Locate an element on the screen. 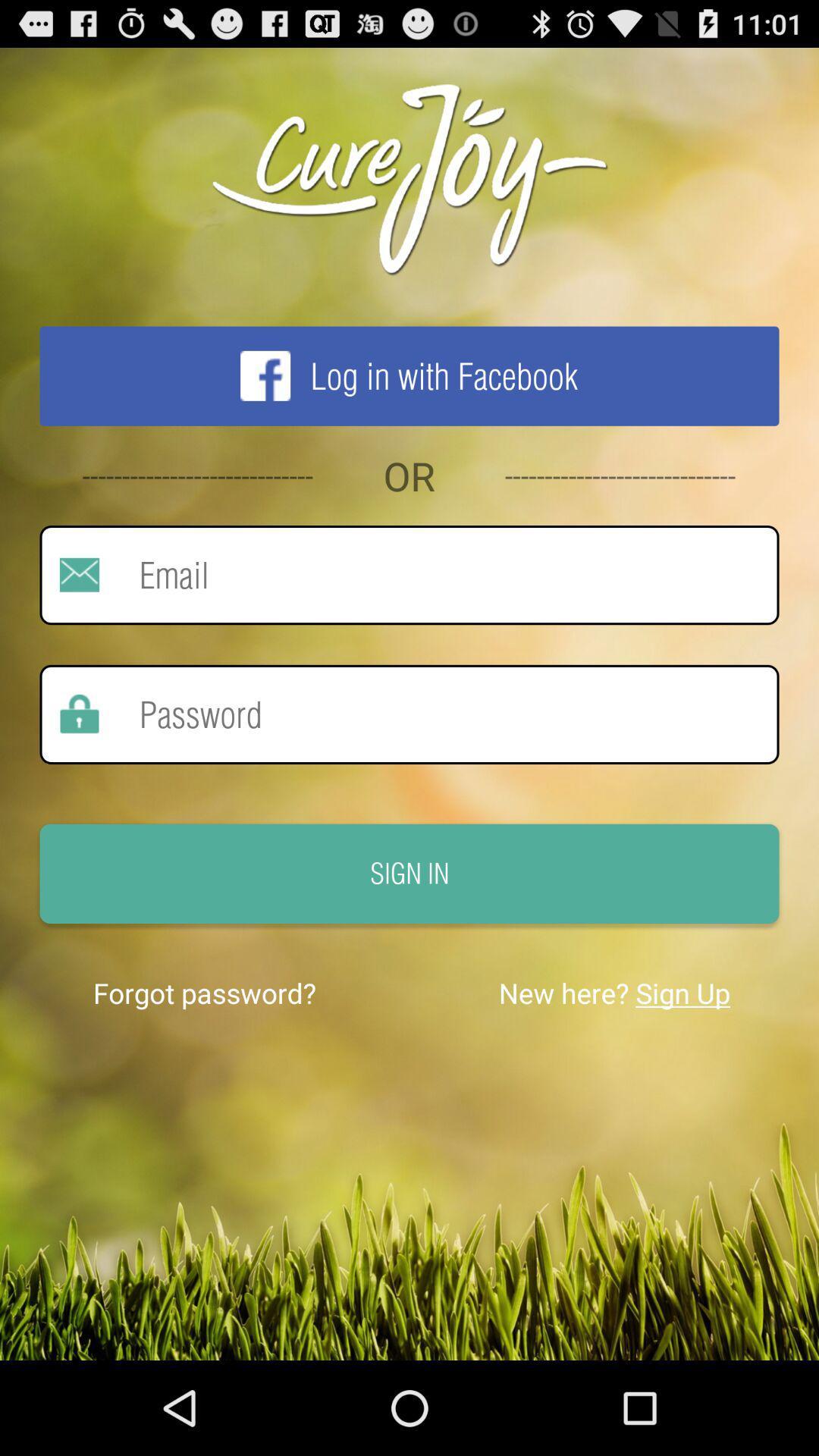 The image size is (819, 1456). enter password is located at coordinates (439, 714).